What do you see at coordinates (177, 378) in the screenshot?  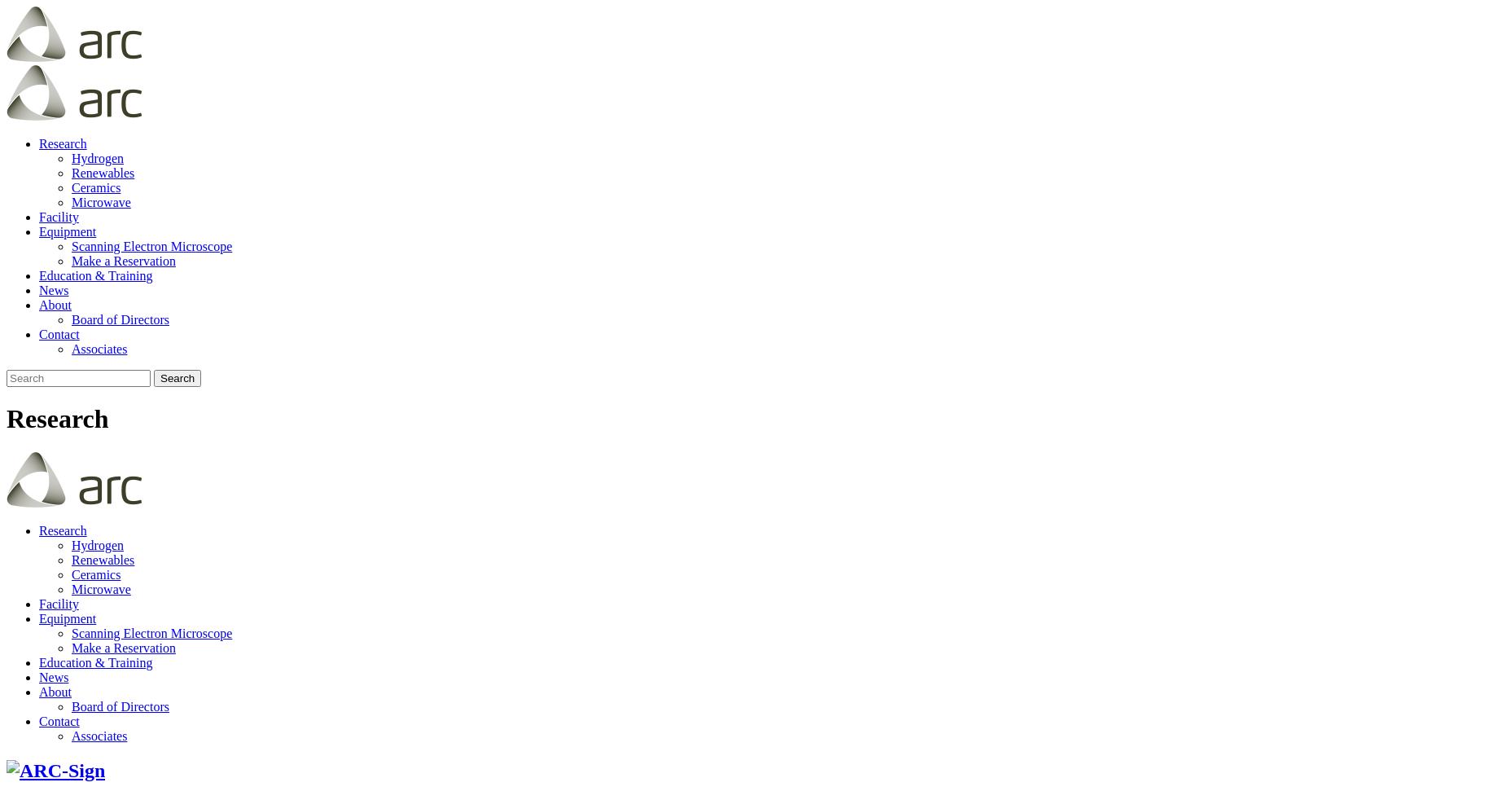 I see `'Search'` at bounding box center [177, 378].